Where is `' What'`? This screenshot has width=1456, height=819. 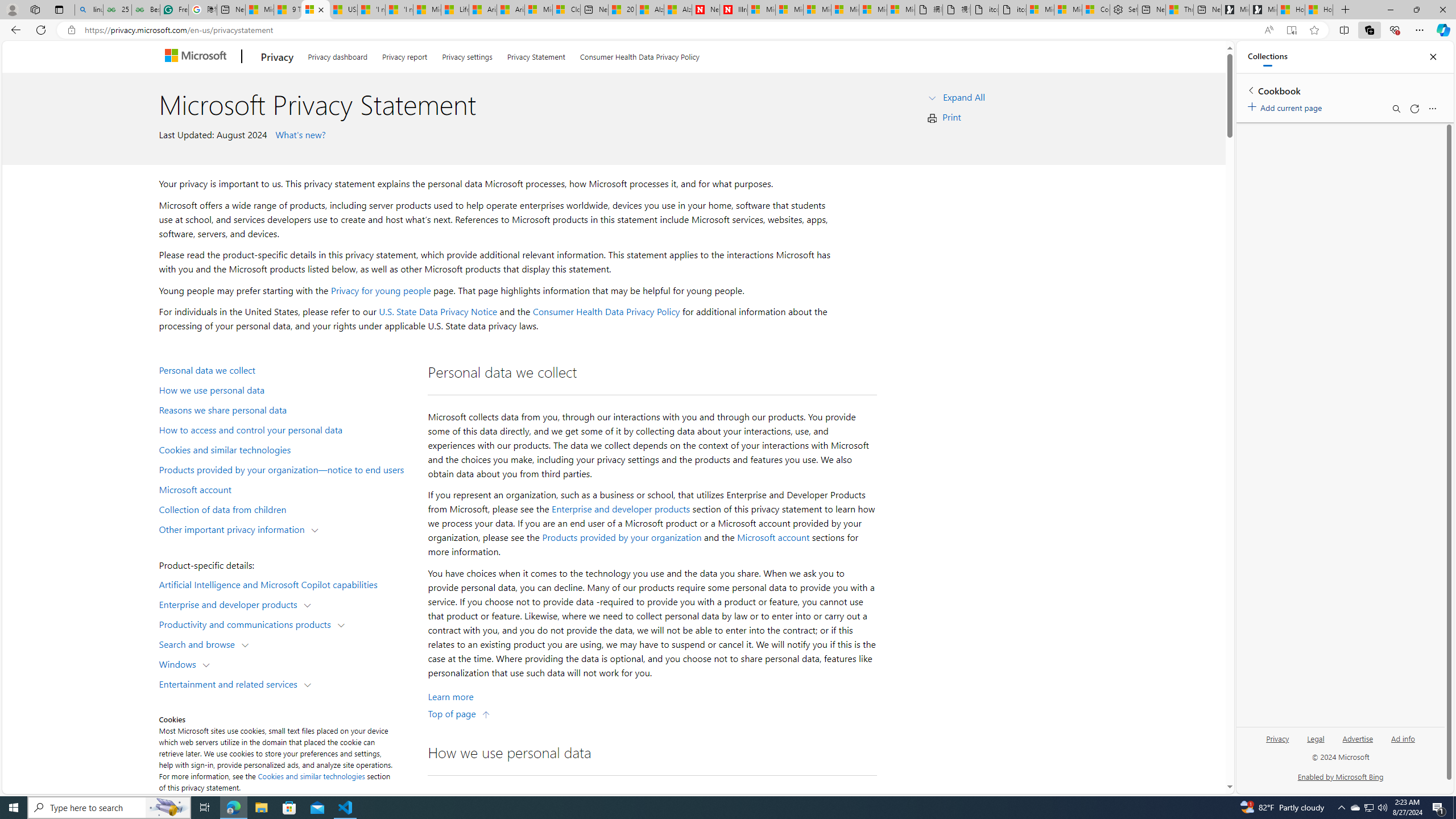 ' What' is located at coordinates (299, 134).